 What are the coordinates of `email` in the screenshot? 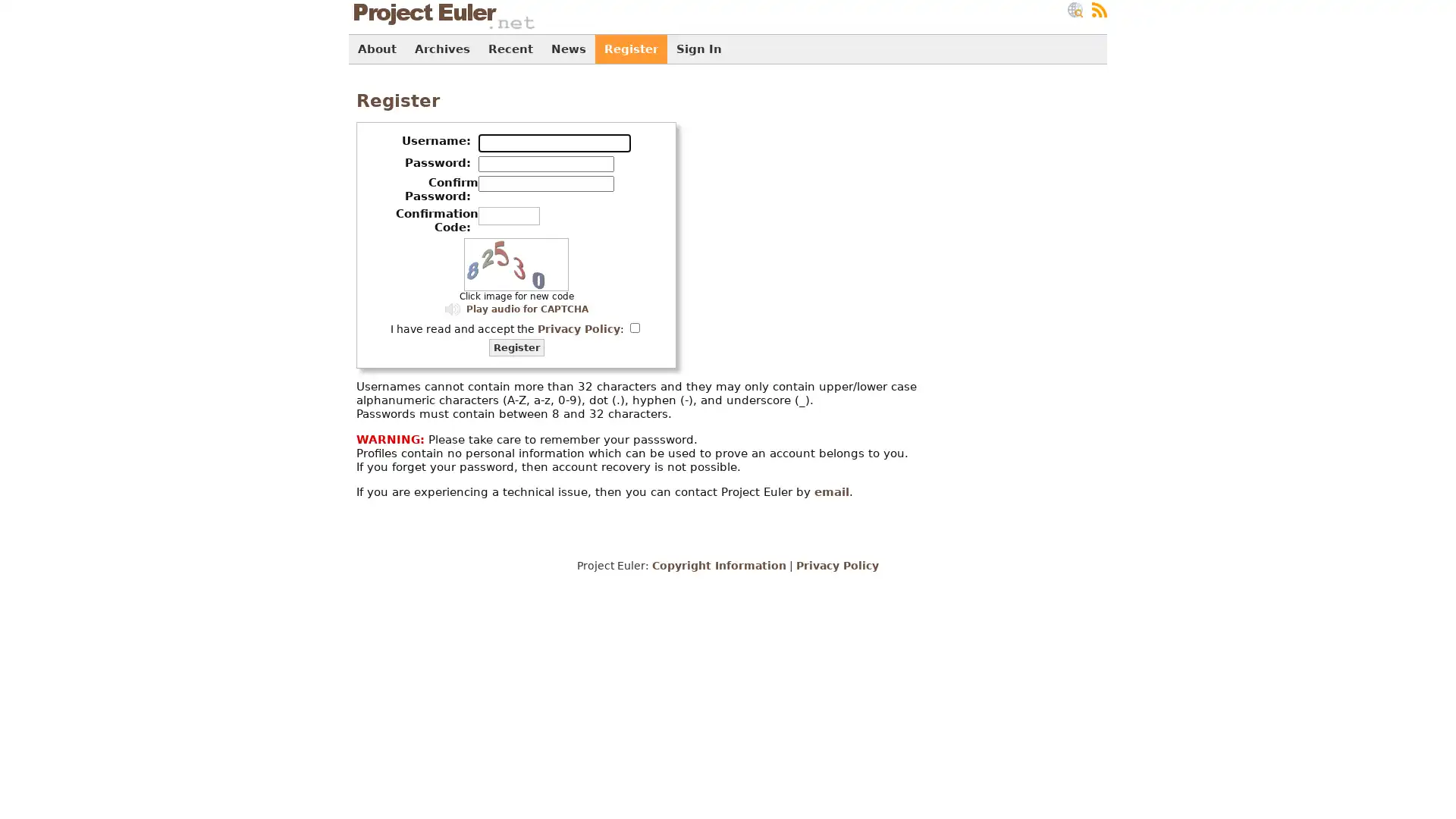 It's located at (831, 491).